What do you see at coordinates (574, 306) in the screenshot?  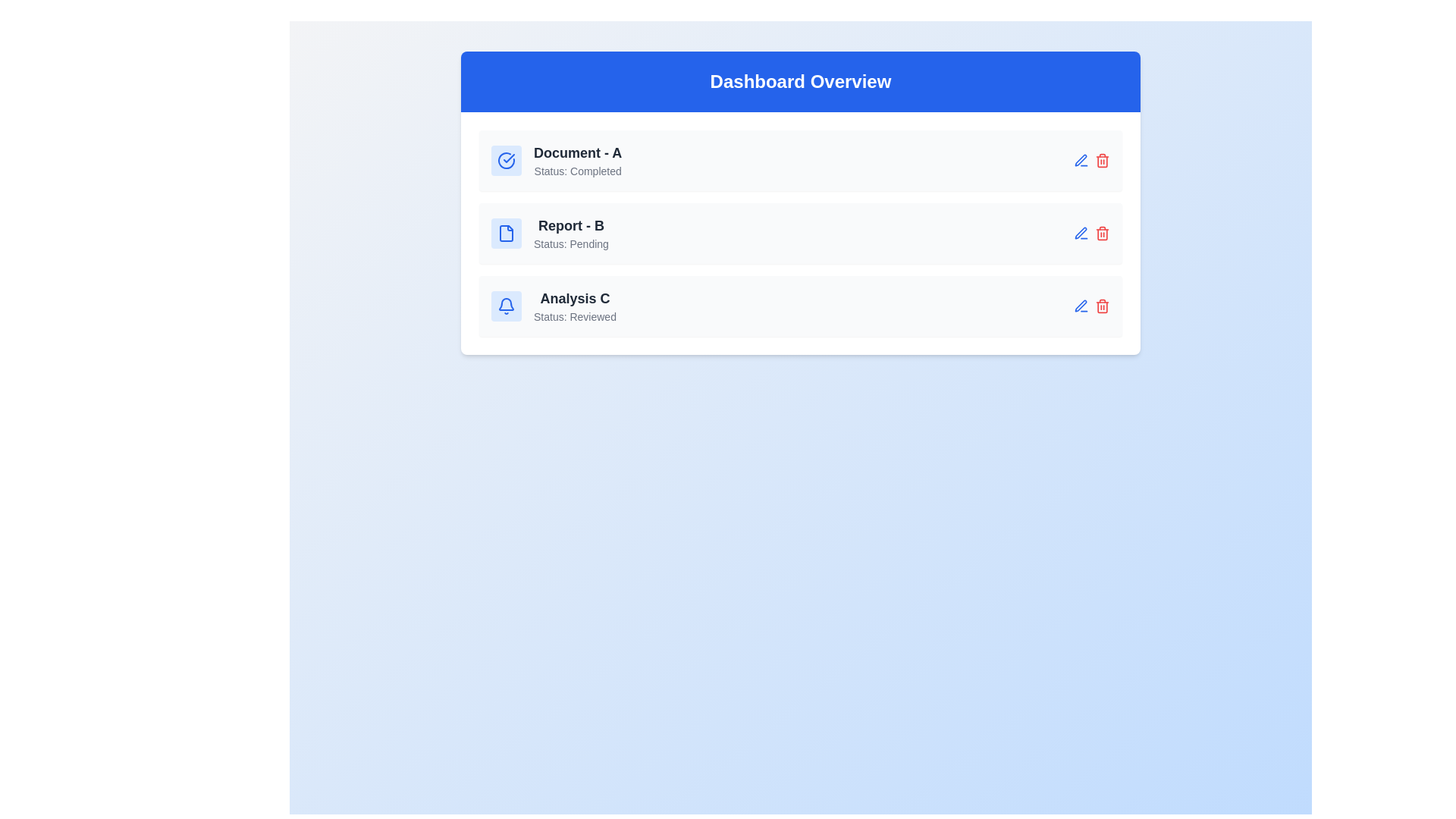 I see `text content displayed in the title 'Analysis C' with status 'Reviewed' located in the third row of the vertical list within a white card panel` at bounding box center [574, 306].